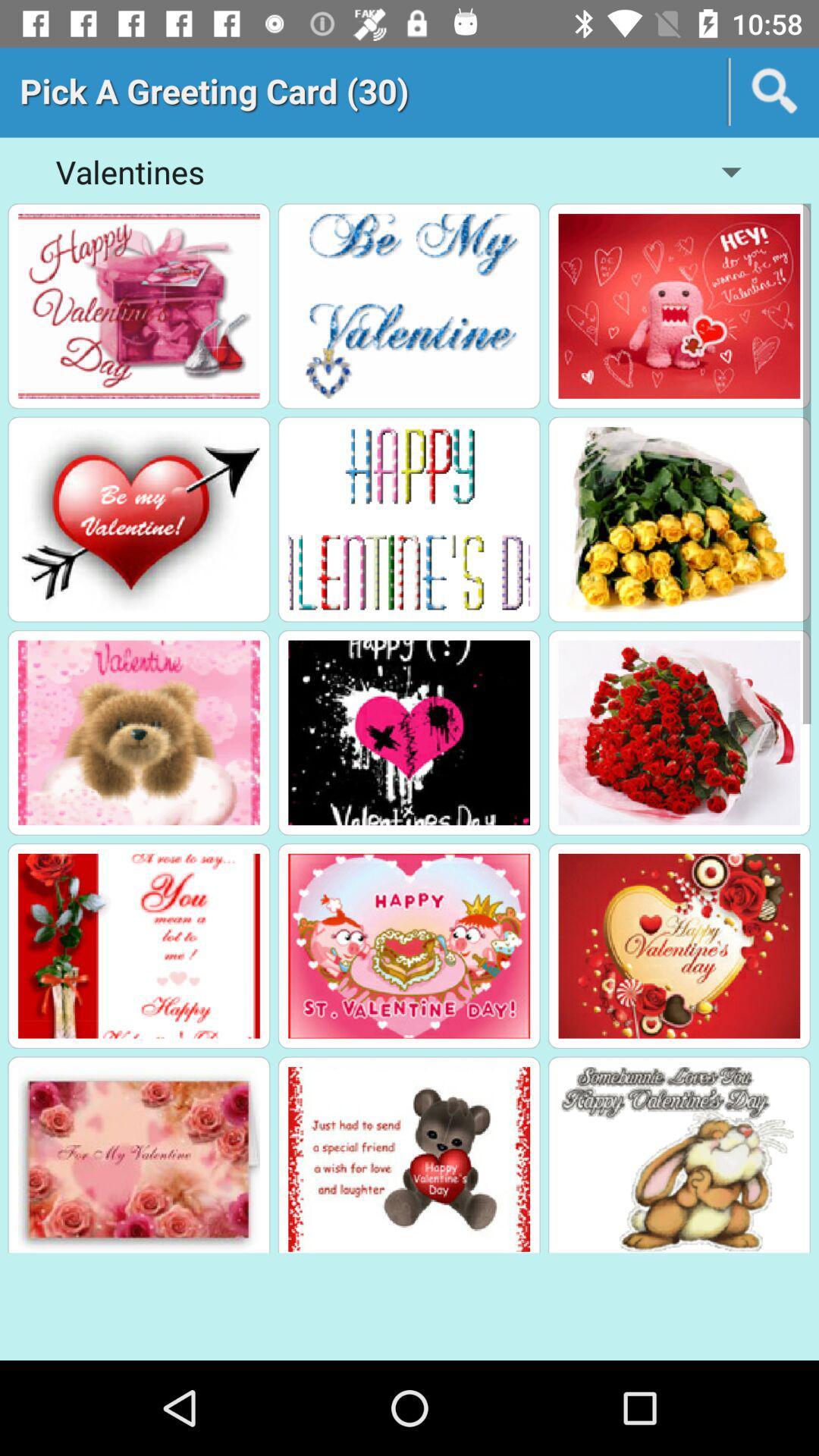 This screenshot has width=819, height=1456. Describe the element at coordinates (139, 733) in the screenshot. I see `item` at that location.